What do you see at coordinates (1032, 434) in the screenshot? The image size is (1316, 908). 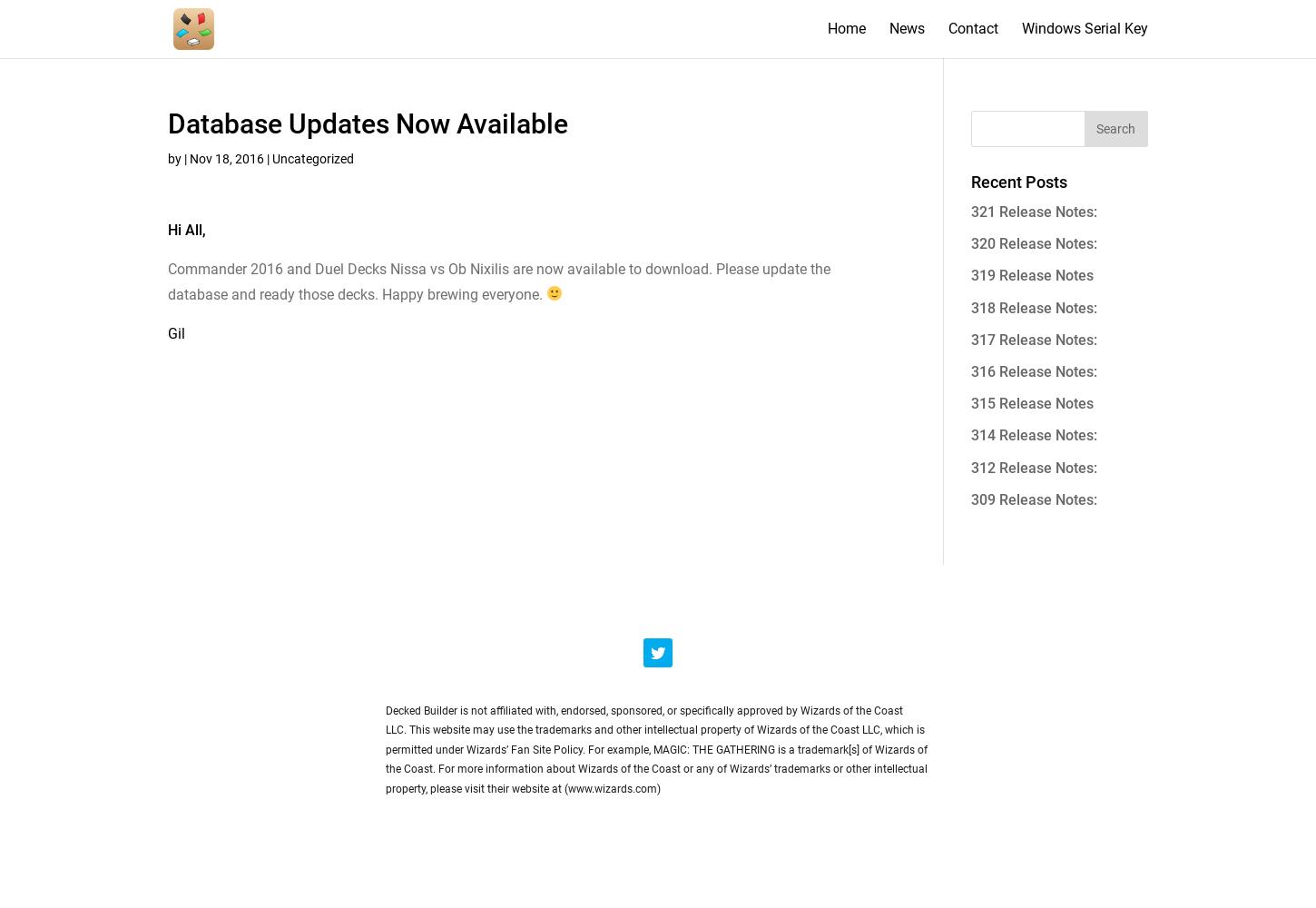 I see `'314 Release Notes:'` at bounding box center [1032, 434].